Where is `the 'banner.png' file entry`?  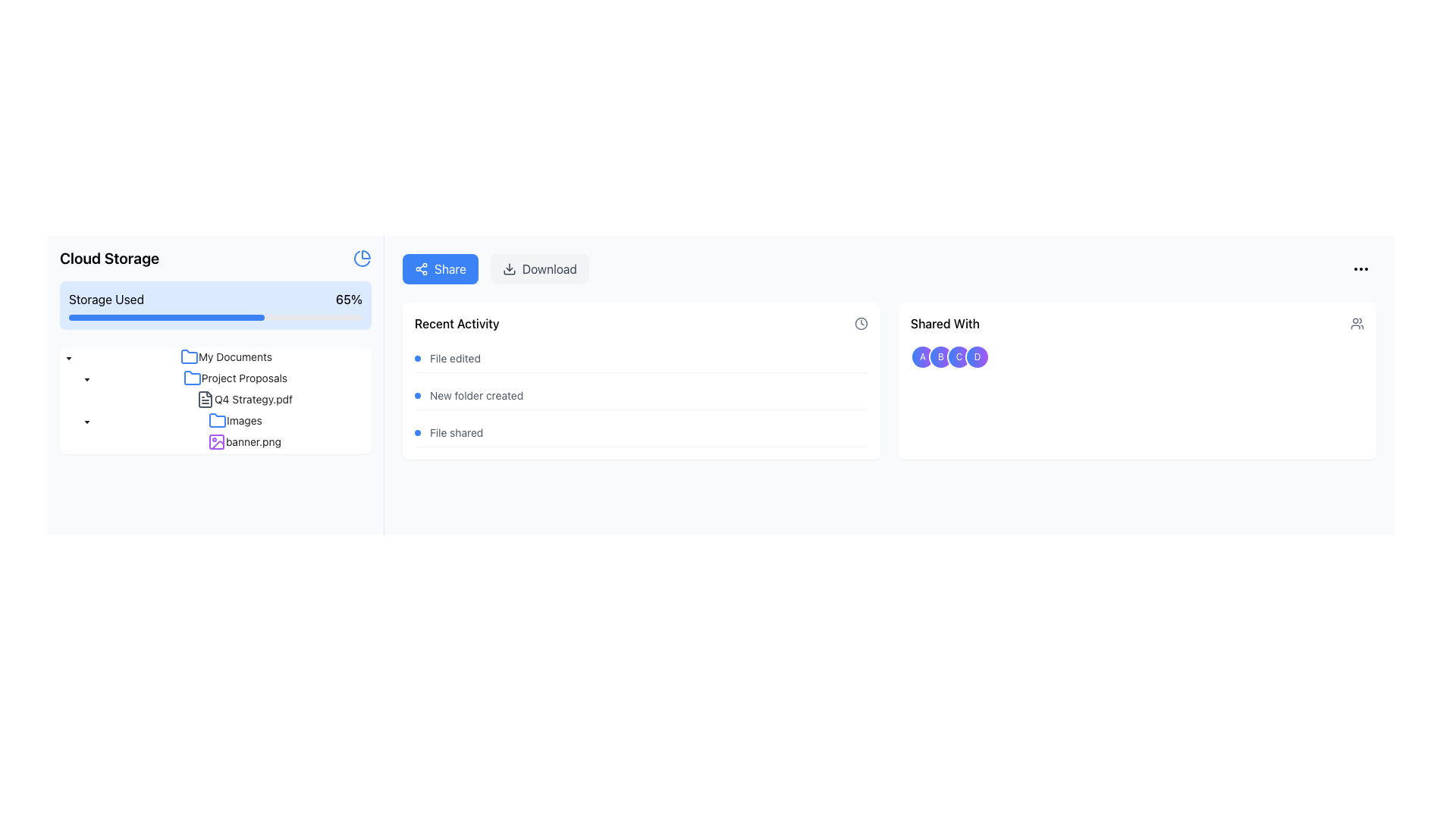 the 'banner.png' file entry is located at coordinates (215, 441).